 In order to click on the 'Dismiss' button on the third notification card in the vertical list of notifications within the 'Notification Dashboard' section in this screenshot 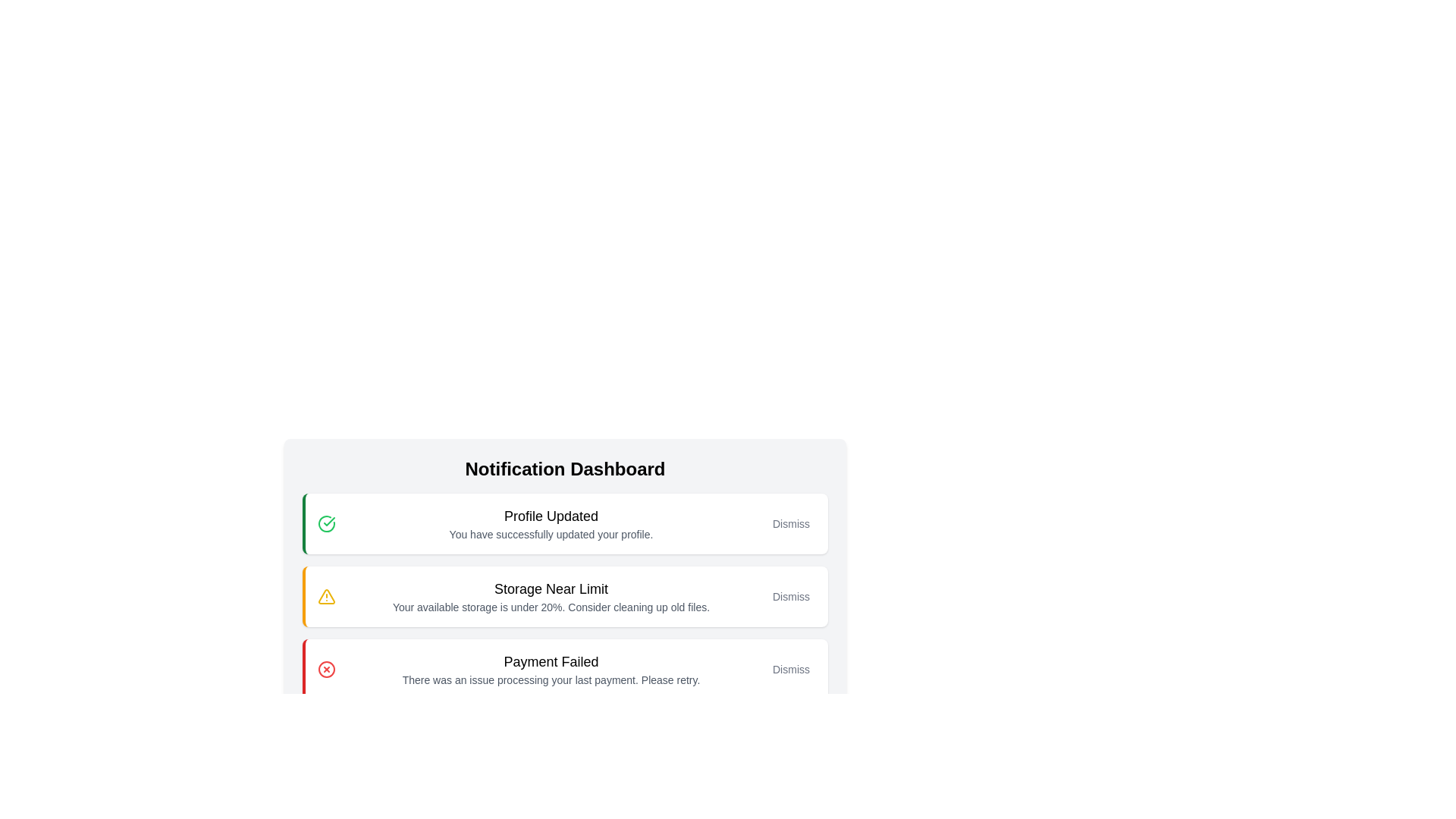, I will do `click(564, 632)`.